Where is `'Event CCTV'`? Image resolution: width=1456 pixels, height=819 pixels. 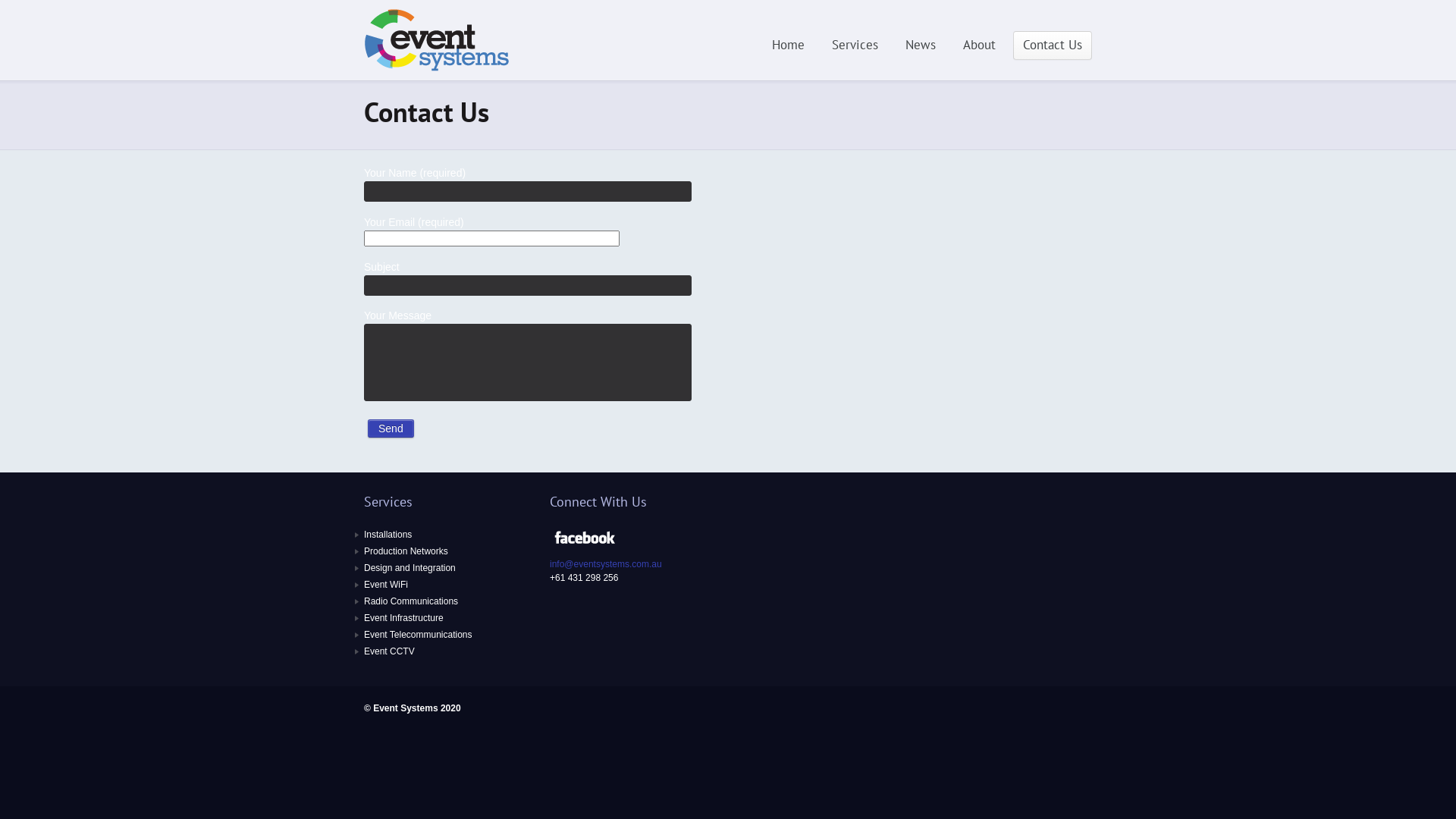 'Event CCTV' is located at coordinates (389, 651).